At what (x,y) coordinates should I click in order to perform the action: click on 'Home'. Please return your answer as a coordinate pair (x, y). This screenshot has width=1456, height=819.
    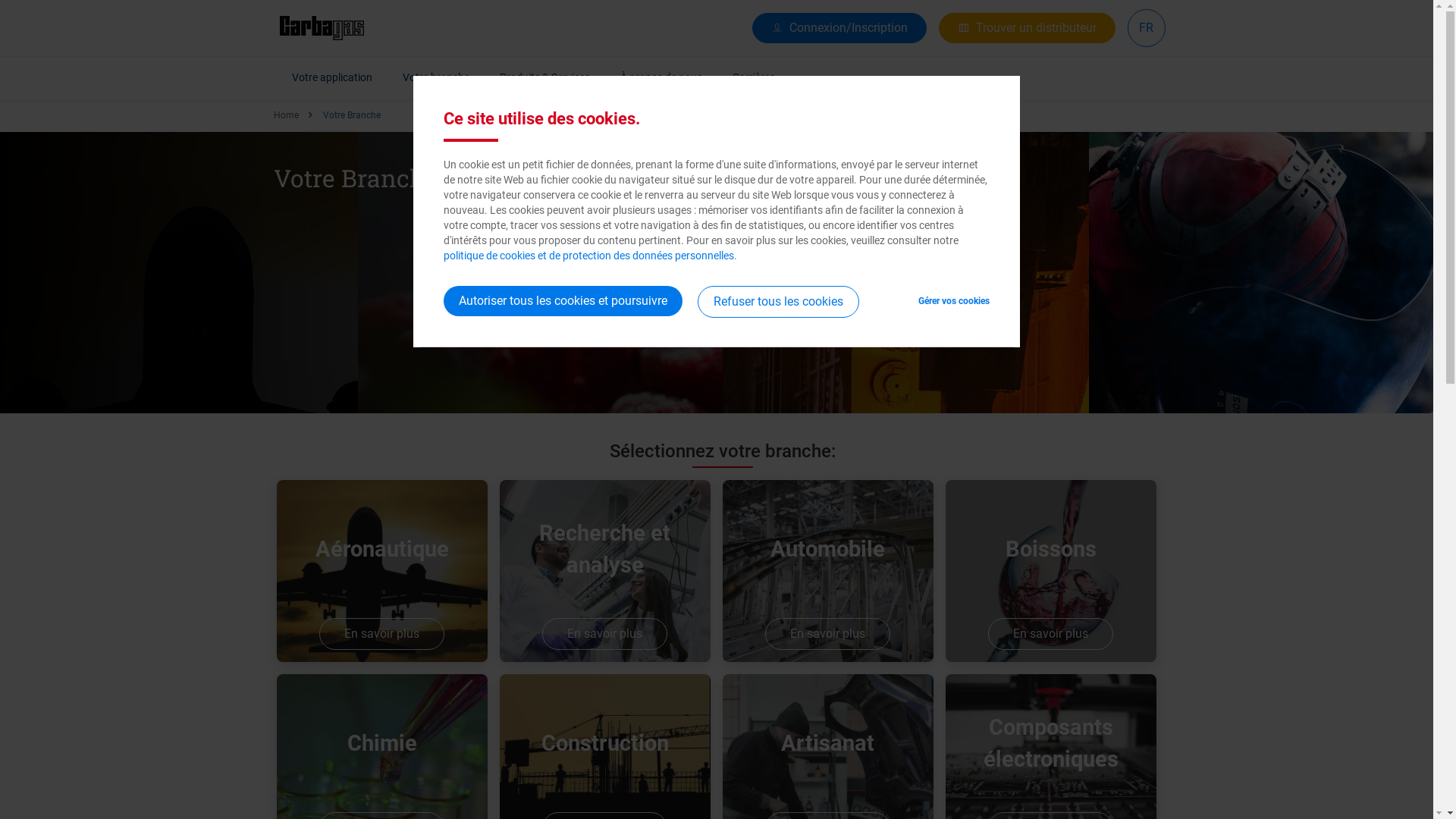
    Looking at the image, I should click on (285, 114).